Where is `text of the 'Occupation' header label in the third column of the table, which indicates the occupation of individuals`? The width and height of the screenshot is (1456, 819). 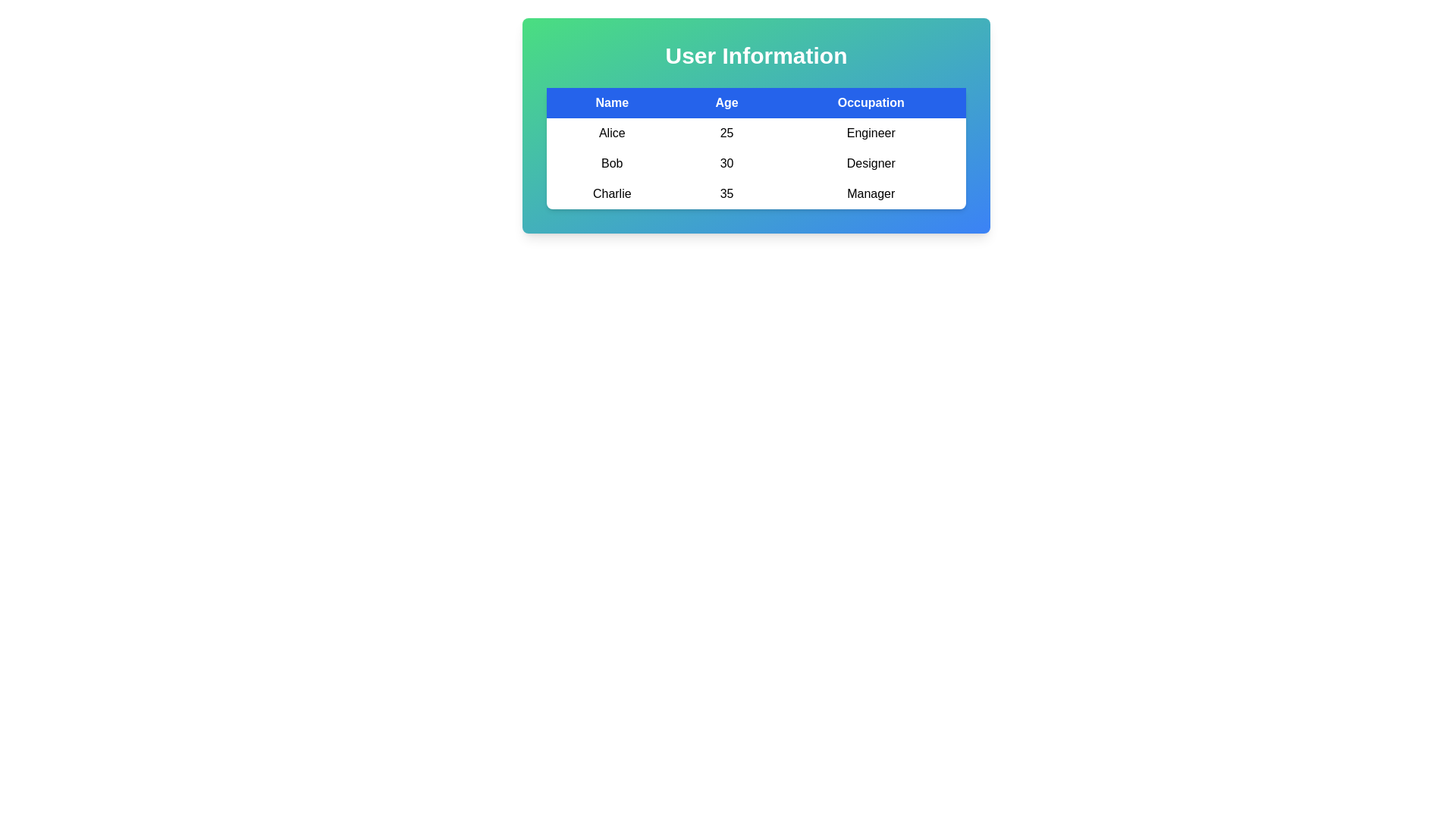 text of the 'Occupation' header label in the third column of the table, which indicates the occupation of individuals is located at coordinates (871, 102).